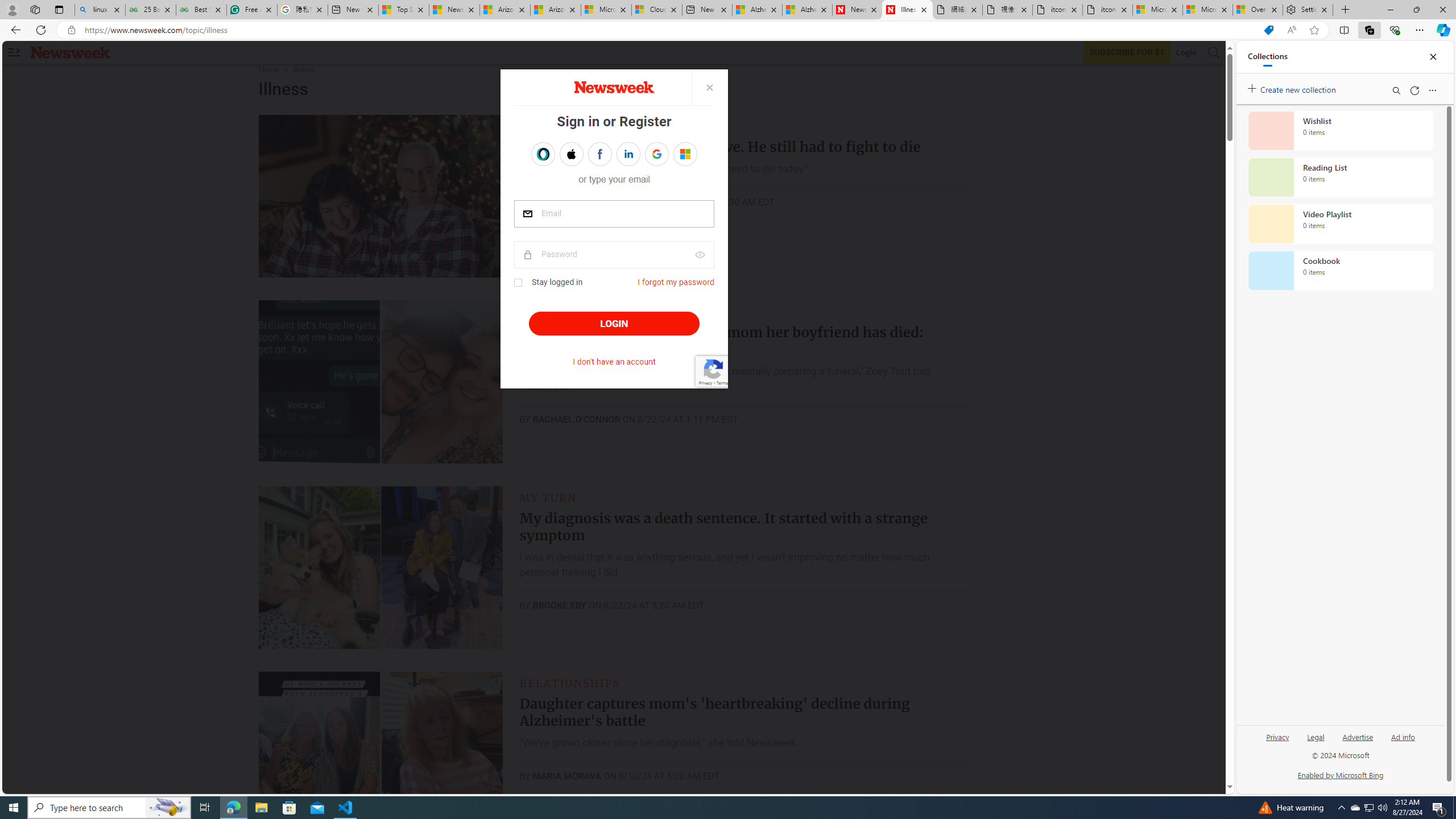  Describe the element at coordinates (677, 153) in the screenshot. I see `'Eugene'` at that location.